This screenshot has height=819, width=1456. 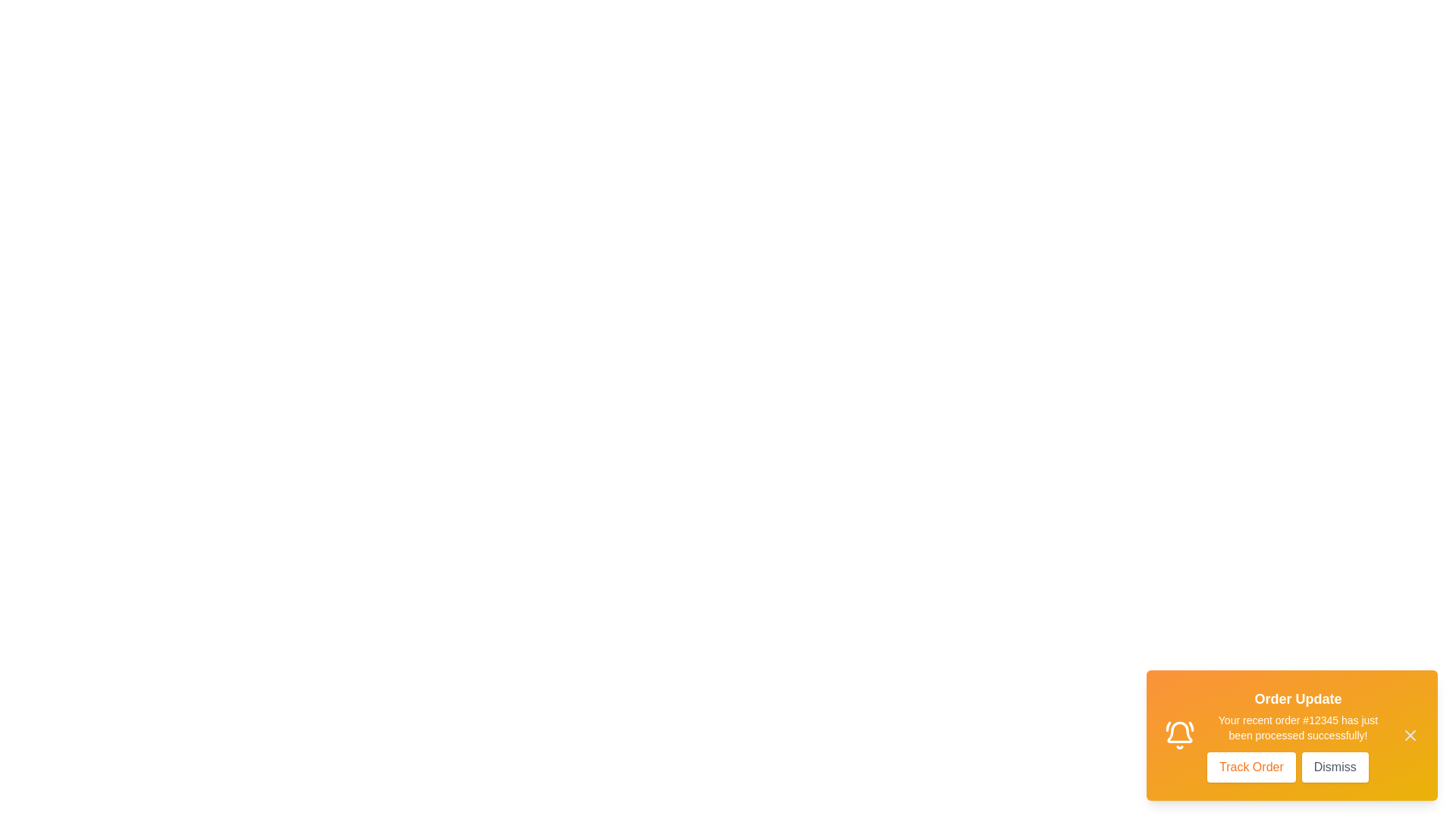 What do you see at coordinates (1335, 767) in the screenshot?
I see `the 'Dismiss' button to close the notification` at bounding box center [1335, 767].